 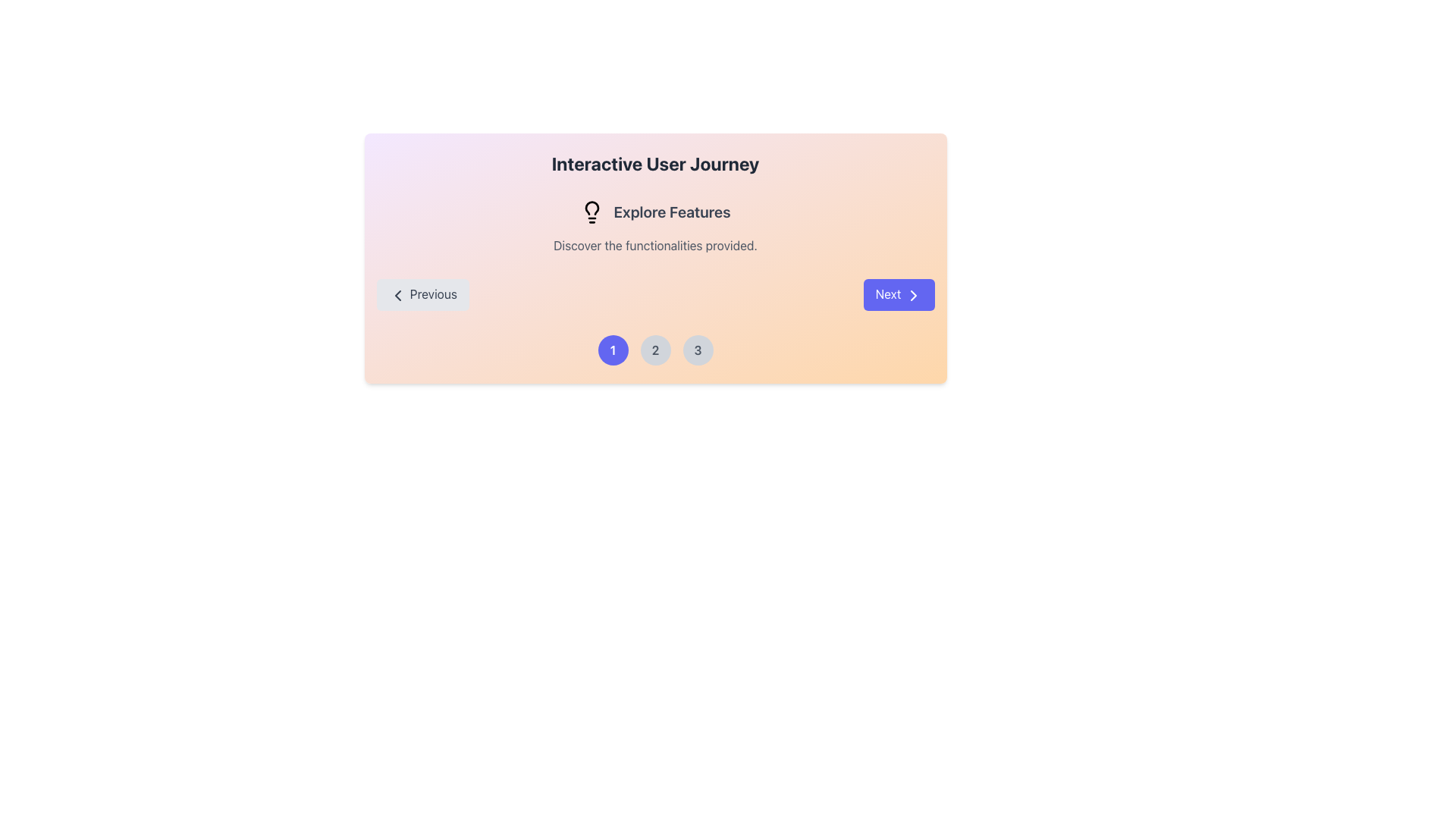 I want to click on the Chevron icon within the SVG that indicates forward navigation functionality, so click(x=912, y=295).